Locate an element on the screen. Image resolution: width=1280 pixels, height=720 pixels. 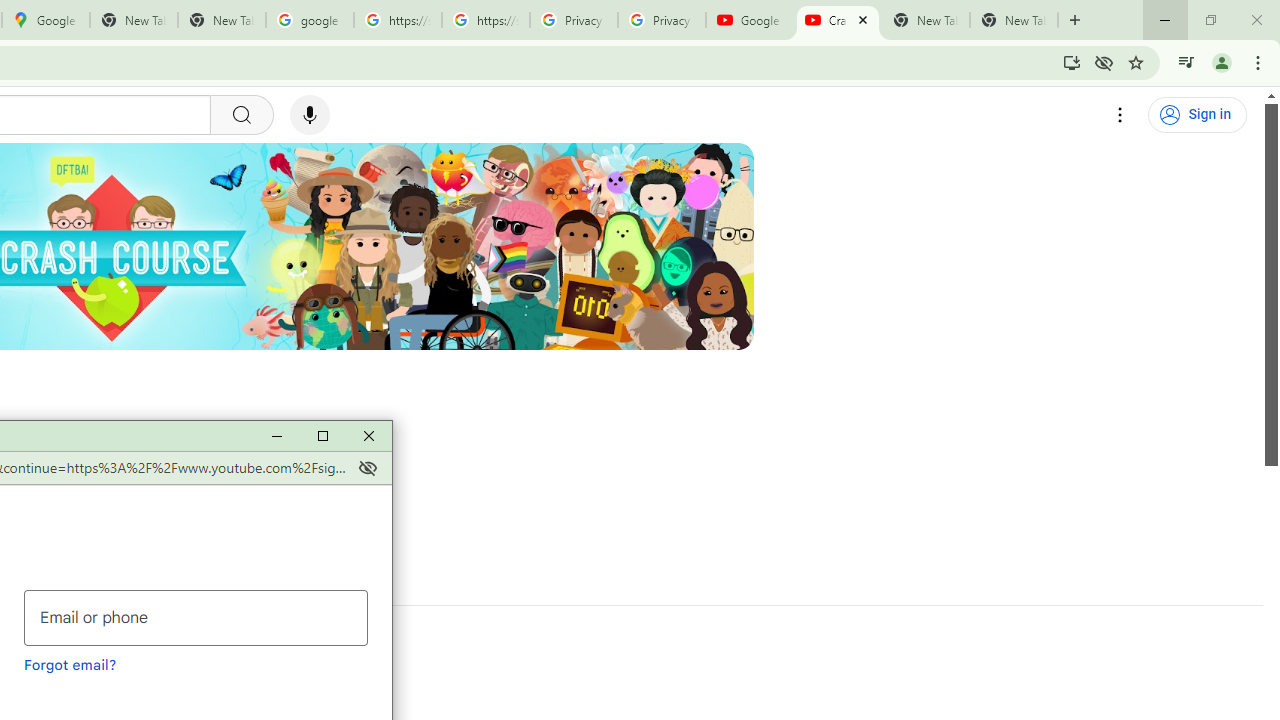
'https://scholar.google.com/' is located at coordinates (485, 20).